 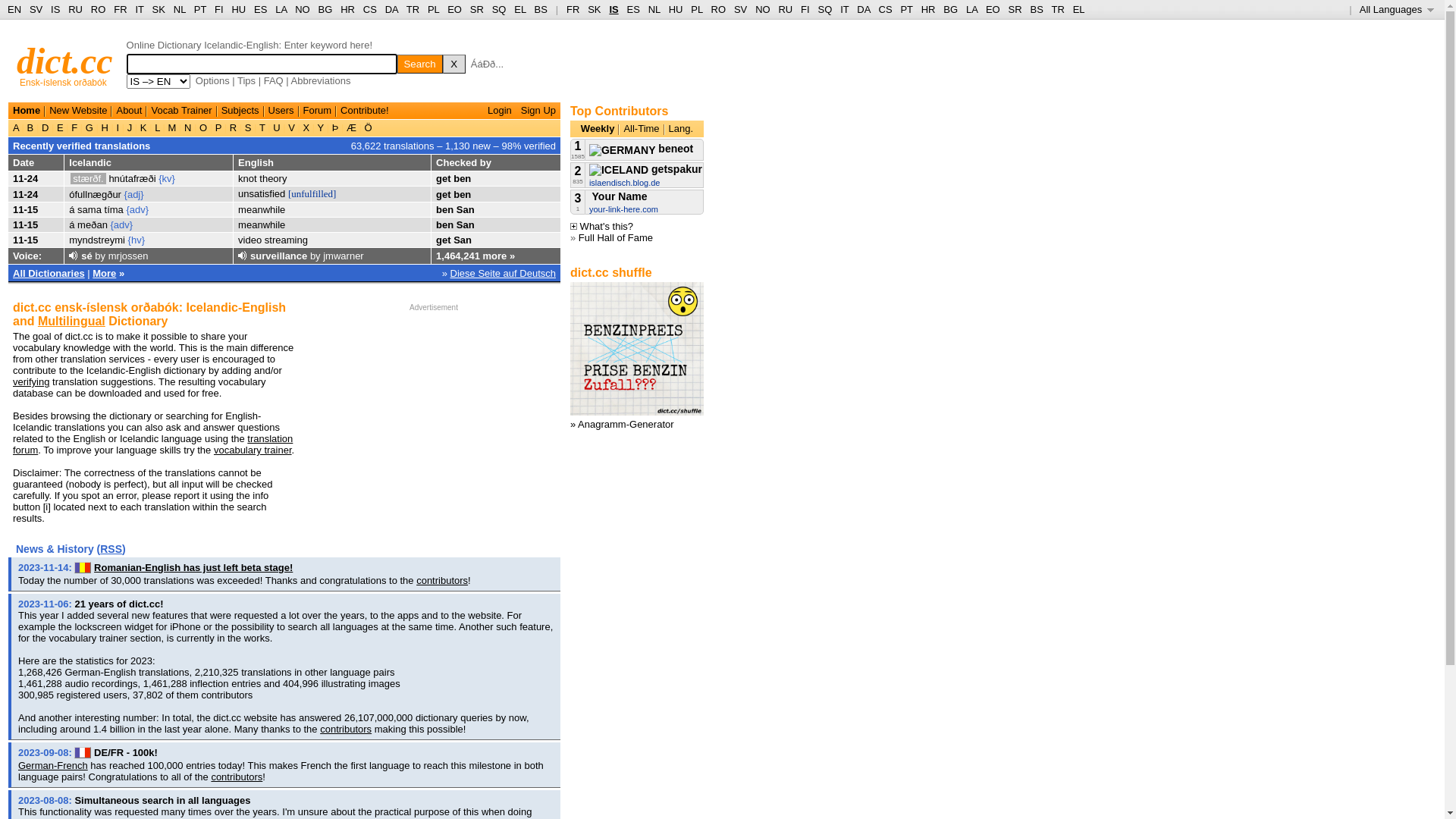 What do you see at coordinates (318, 9) in the screenshot?
I see `'BG'` at bounding box center [318, 9].